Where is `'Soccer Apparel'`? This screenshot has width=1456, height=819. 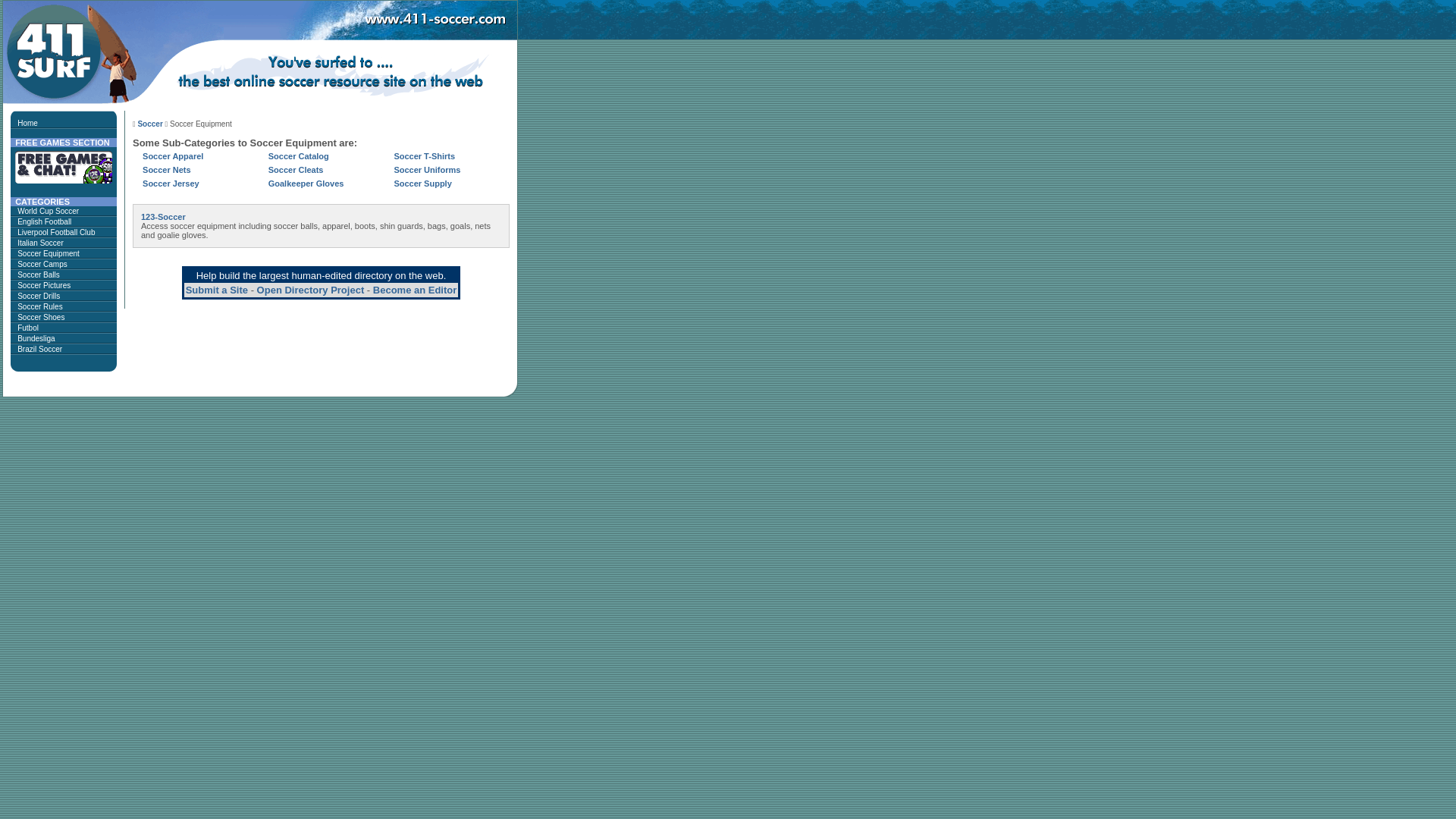 'Soccer Apparel' is located at coordinates (172, 155).